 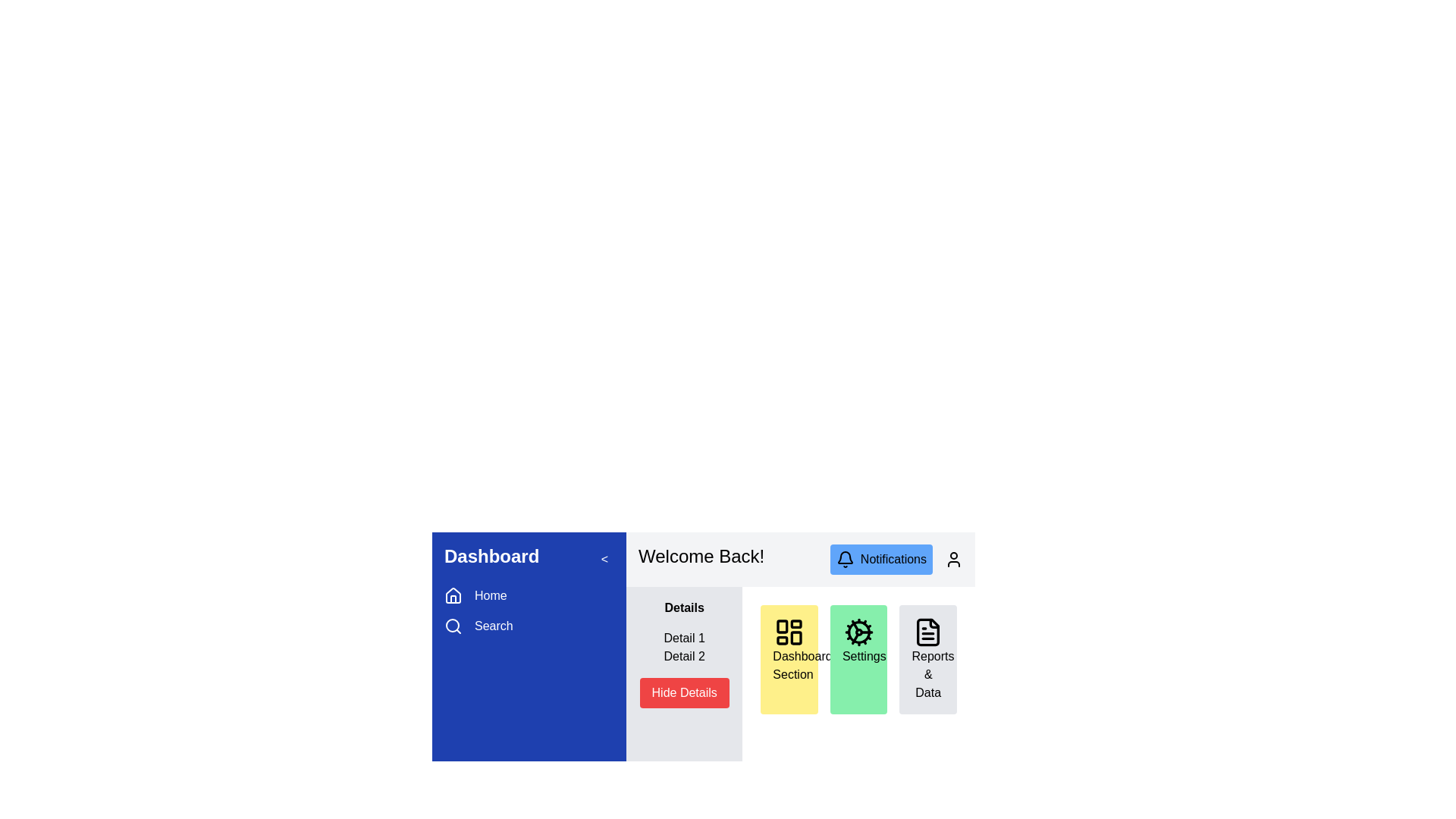 What do you see at coordinates (529, 610) in the screenshot?
I see `the 'Search' row in the sidebar navigation menu` at bounding box center [529, 610].